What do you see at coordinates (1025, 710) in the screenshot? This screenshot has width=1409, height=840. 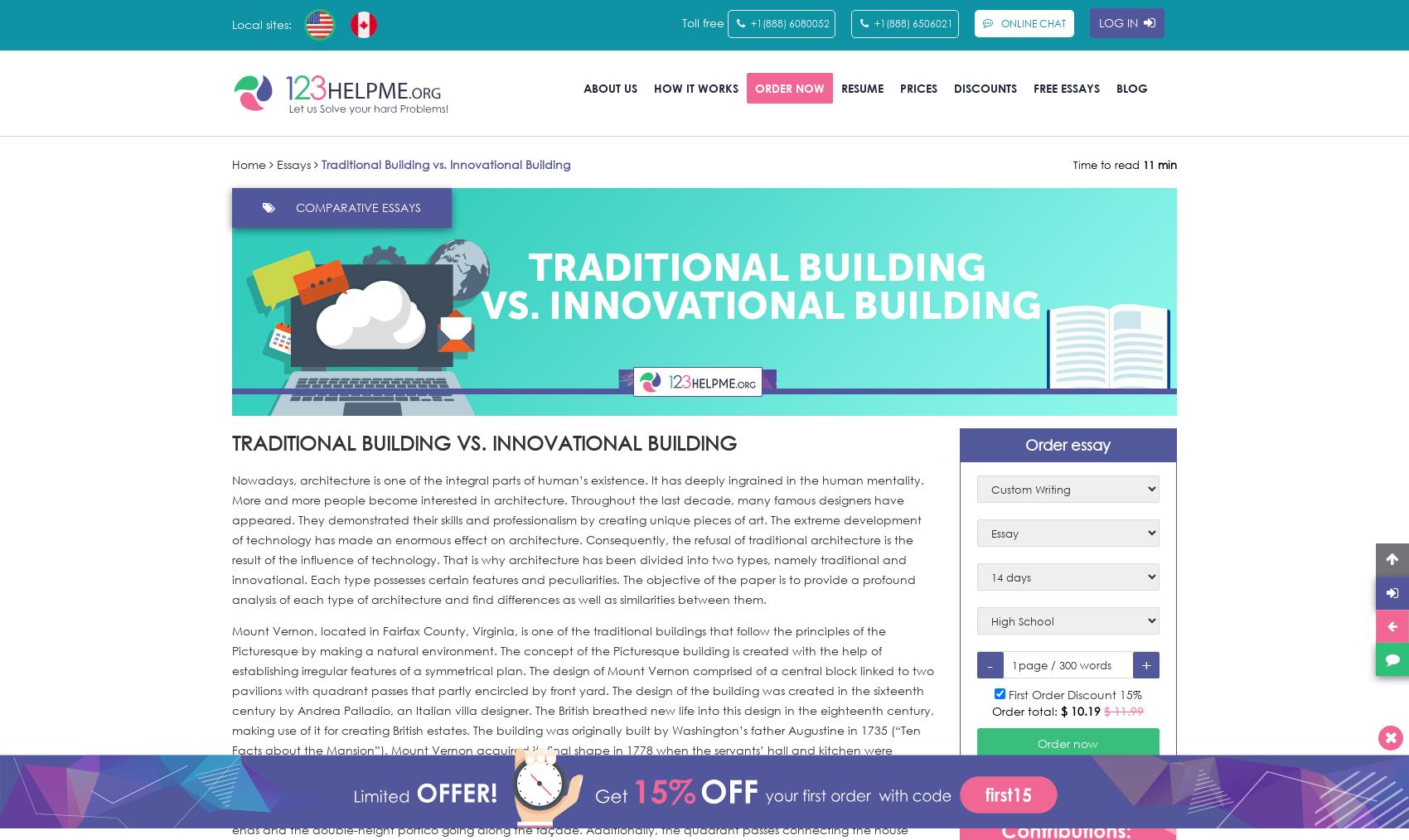 I see `'Order total:'` at bounding box center [1025, 710].